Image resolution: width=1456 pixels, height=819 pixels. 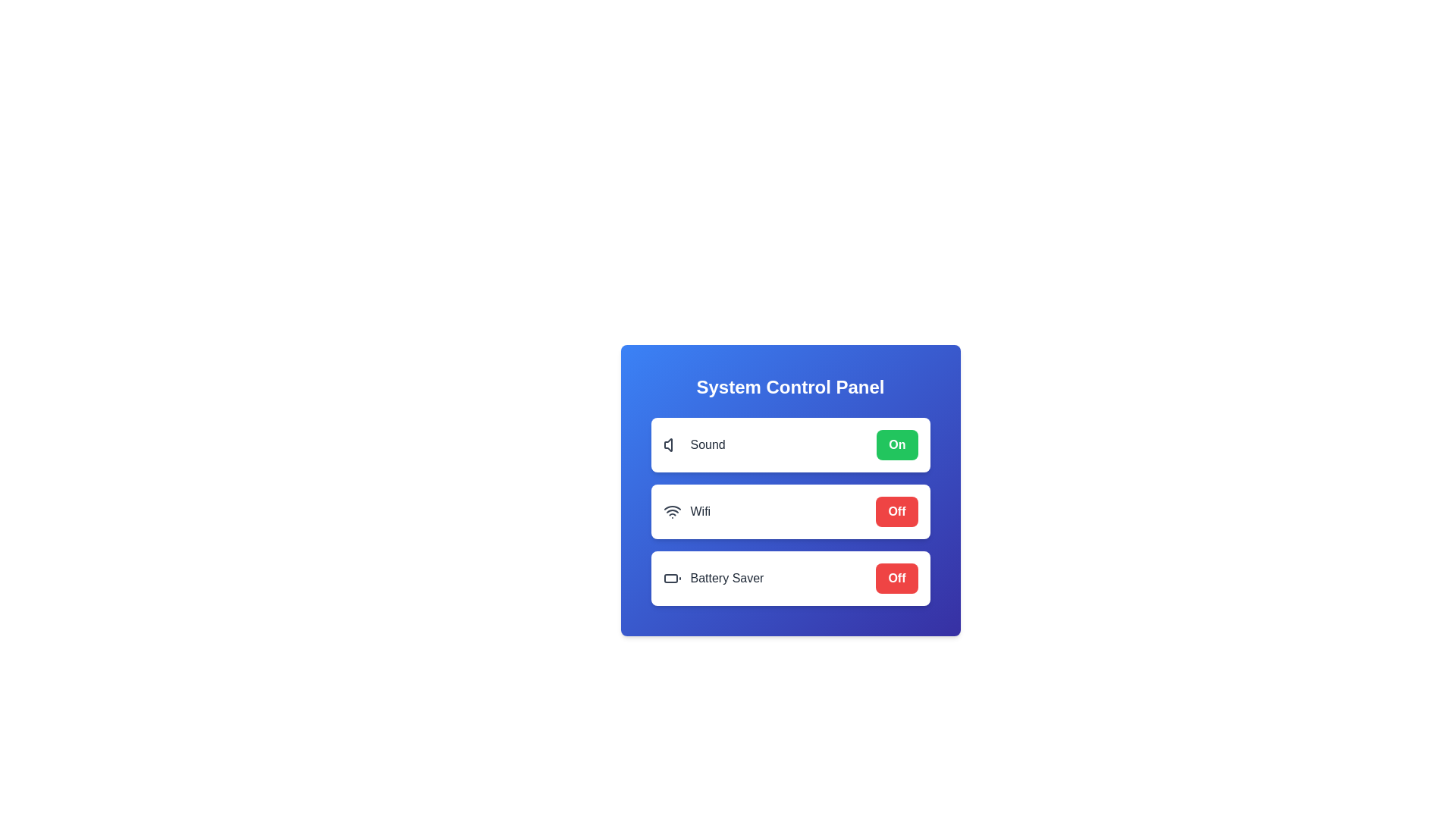 I want to click on the red 'Off' button for the WiFi setting to toggle it, so click(x=896, y=512).